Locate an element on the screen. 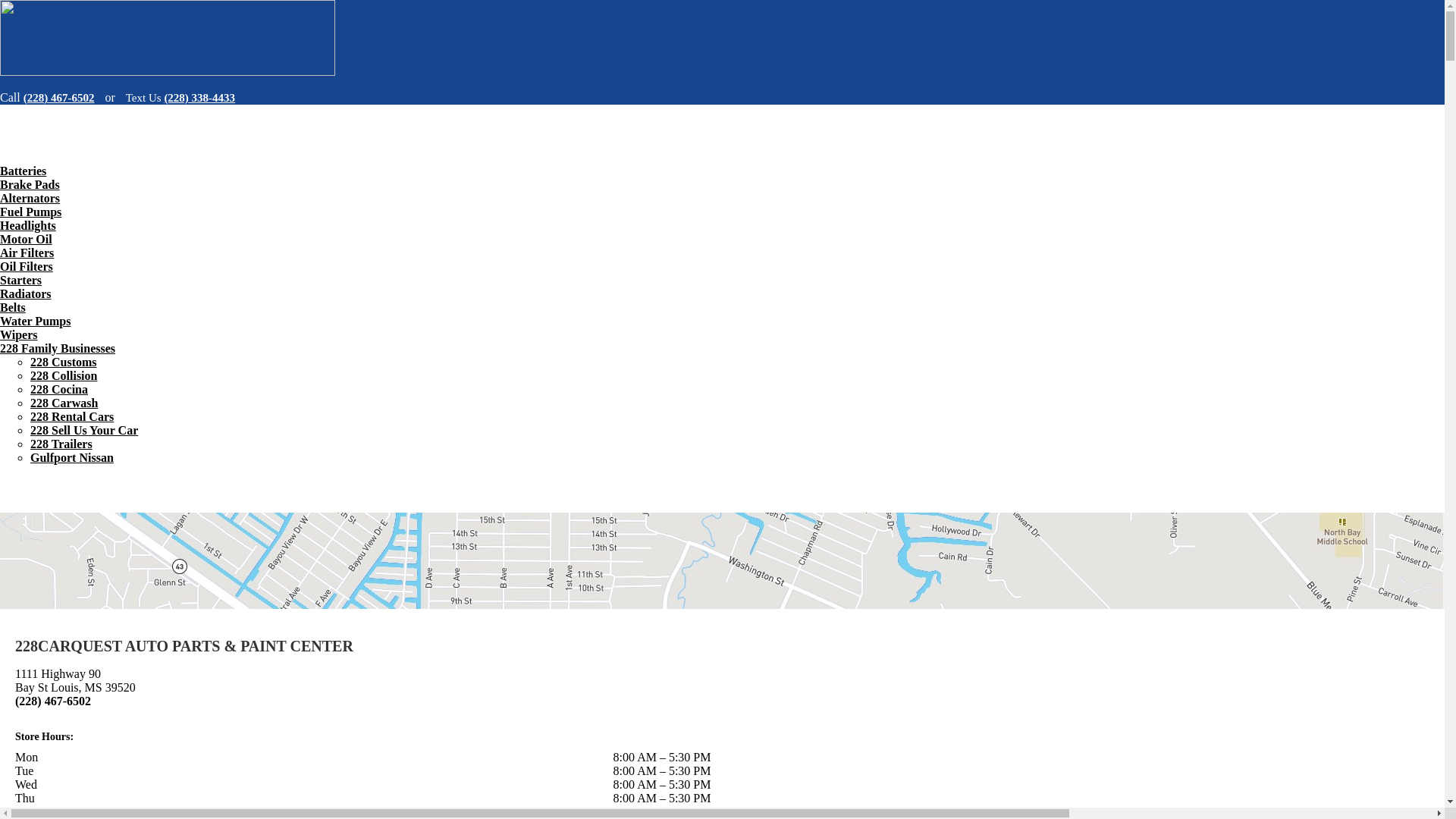 Image resolution: width=1456 pixels, height=819 pixels. 'Starters' is located at coordinates (20, 280).